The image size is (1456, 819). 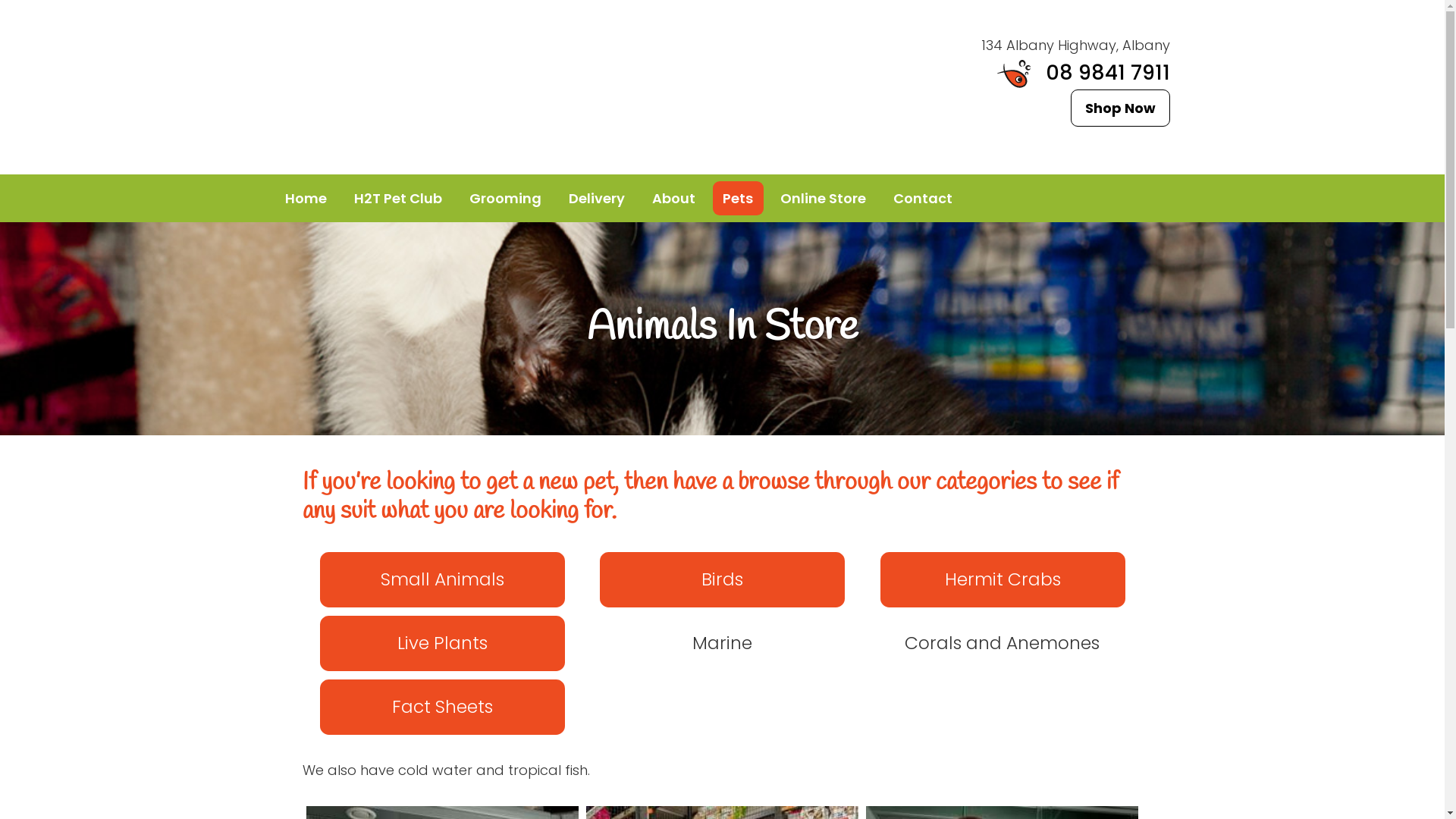 What do you see at coordinates (441, 707) in the screenshot?
I see `'Fact Sheets'` at bounding box center [441, 707].